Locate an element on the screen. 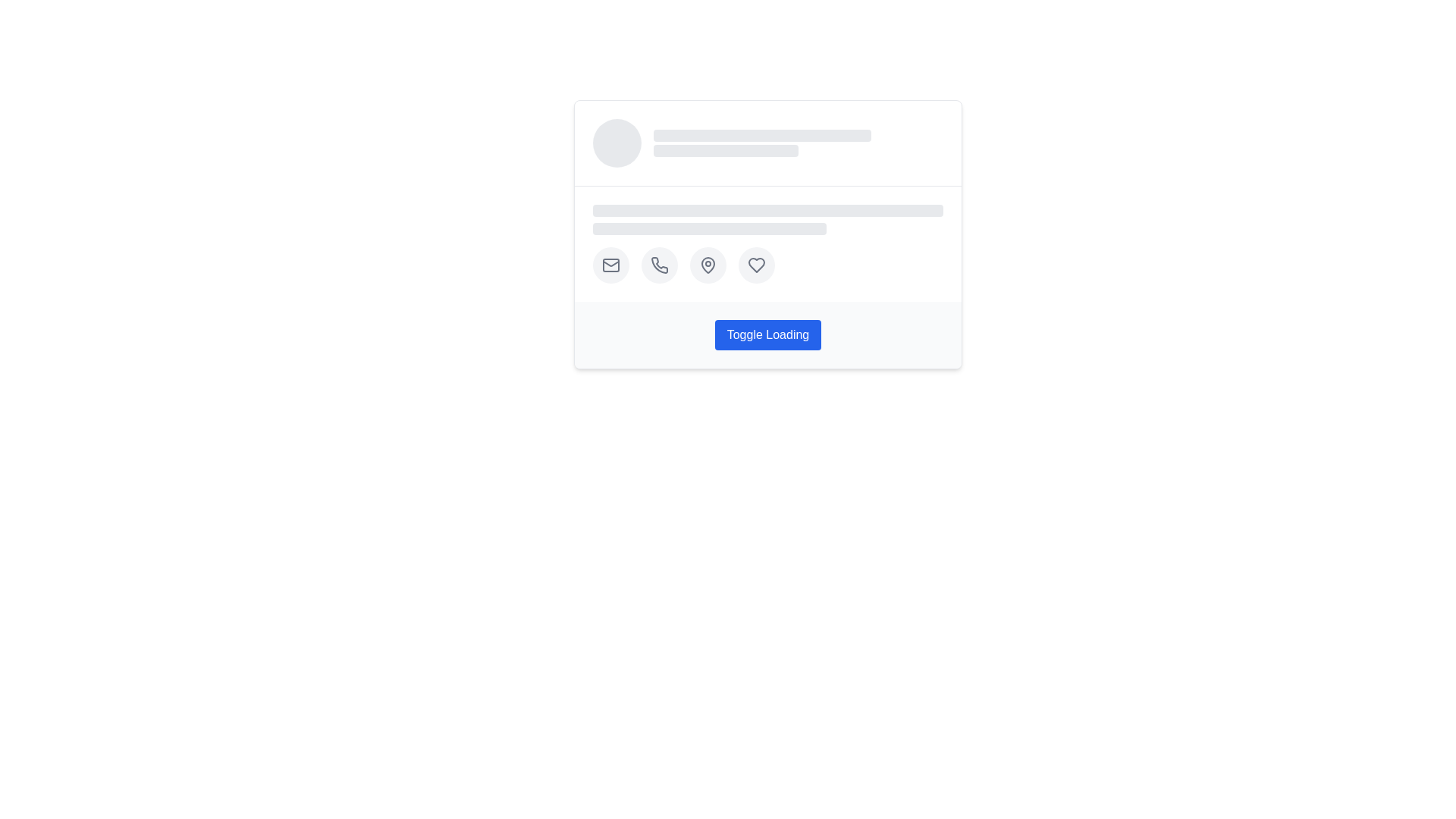  the first icon in the row of interactive symbols below the textual information is located at coordinates (611, 265).